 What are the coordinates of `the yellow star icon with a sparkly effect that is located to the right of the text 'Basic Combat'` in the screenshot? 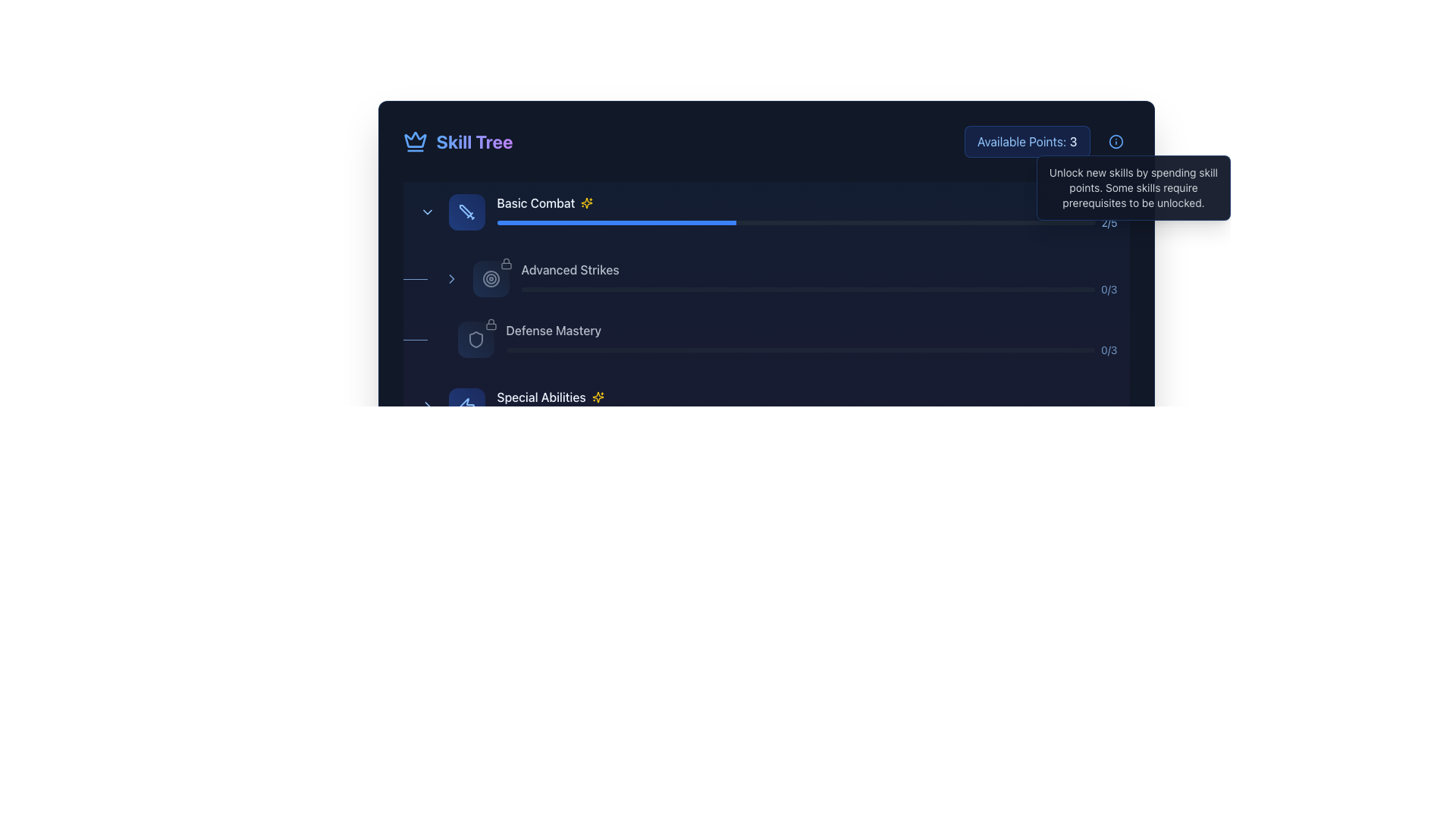 It's located at (586, 202).